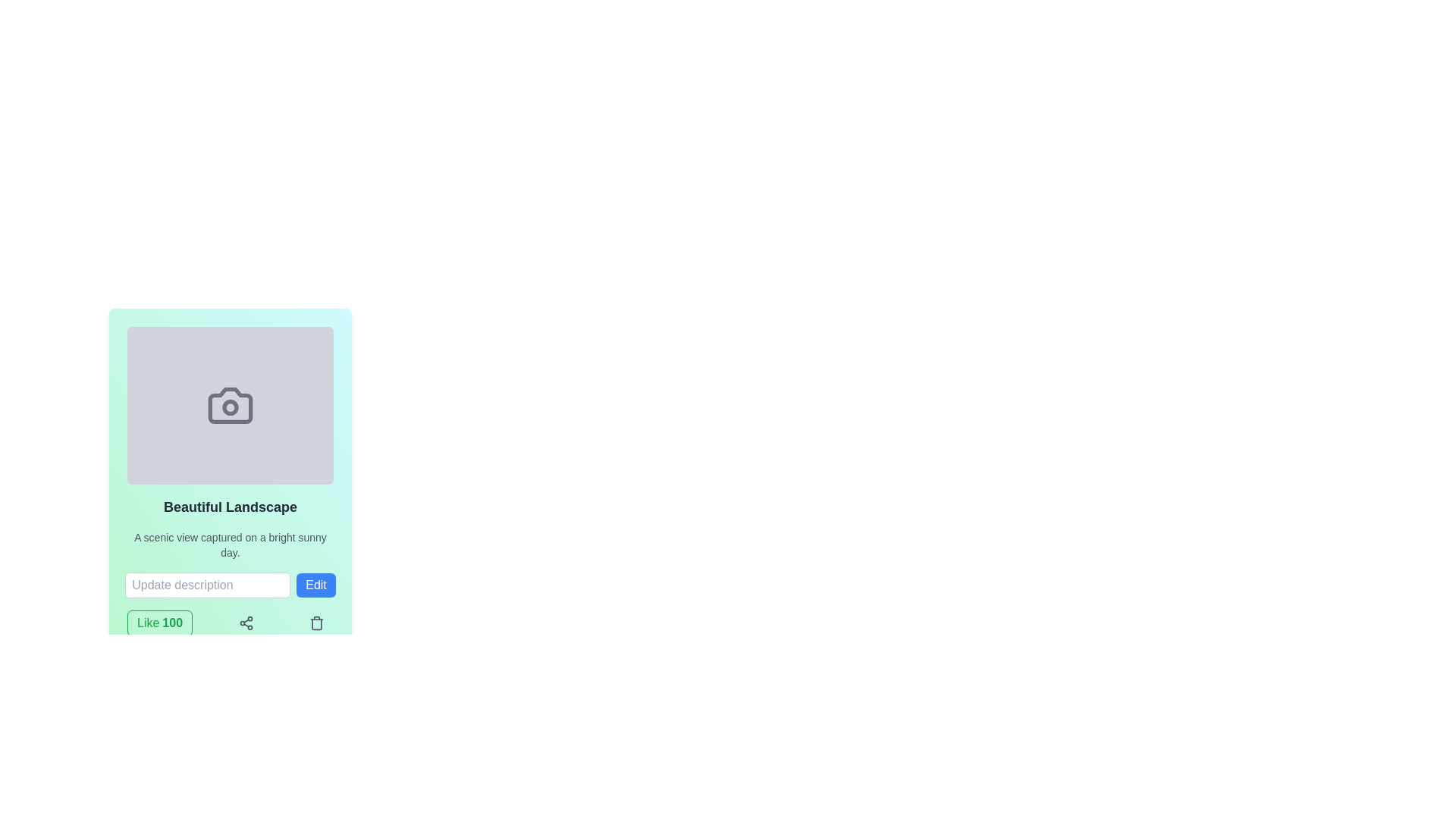 Image resolution: width=1456 pixels, height=819 pixels. I want to click on the camera lens icon located at the center of the camera icon within the rectangular frame of the card titled 'Beautiful Landscape', so click(229, 406).